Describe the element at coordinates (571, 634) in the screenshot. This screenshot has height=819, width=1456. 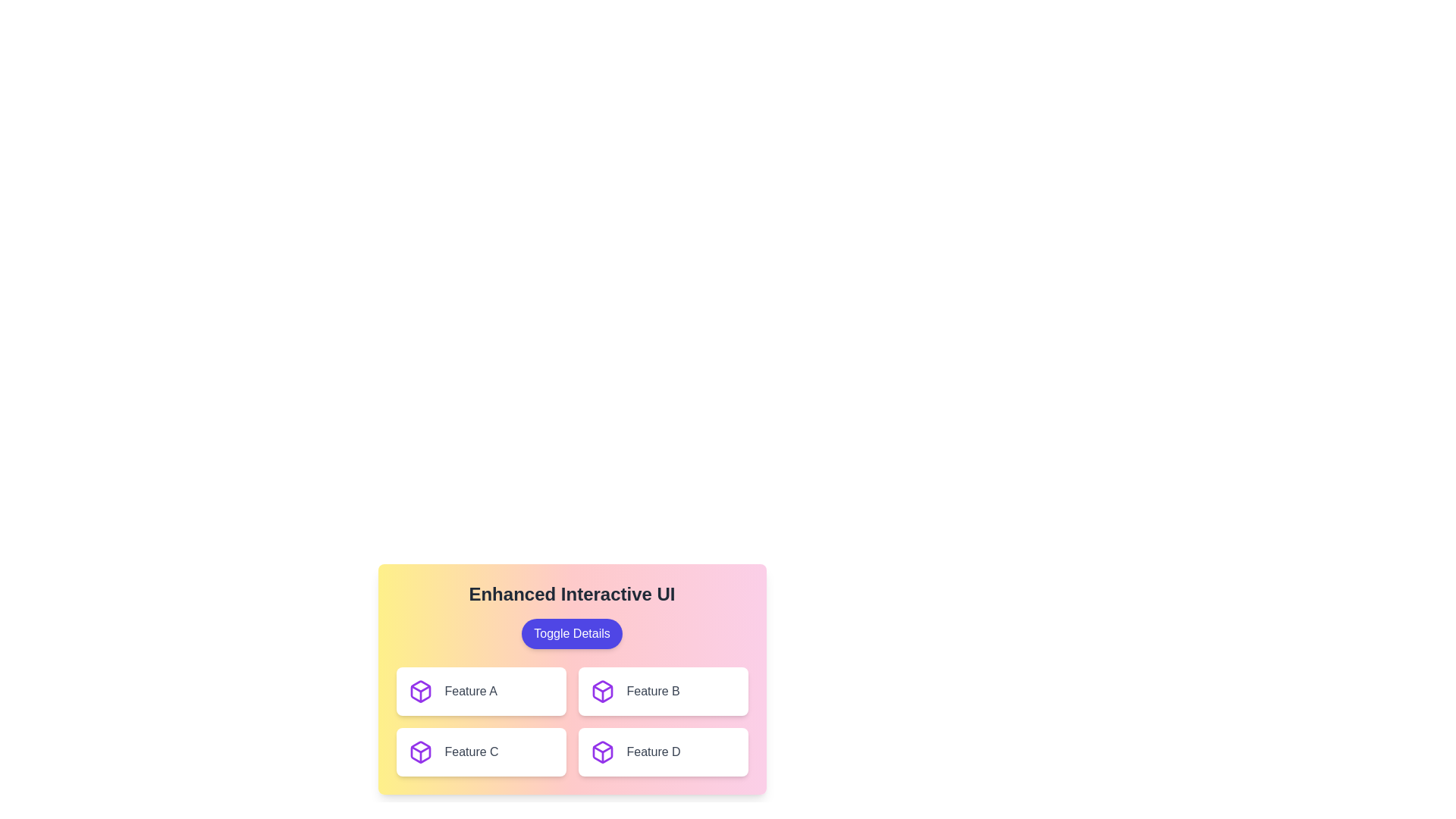
I see `the toggle visibility button located centrally below the heading 'Enhanced Interactive UI' to observe potential hover effects` at that location.